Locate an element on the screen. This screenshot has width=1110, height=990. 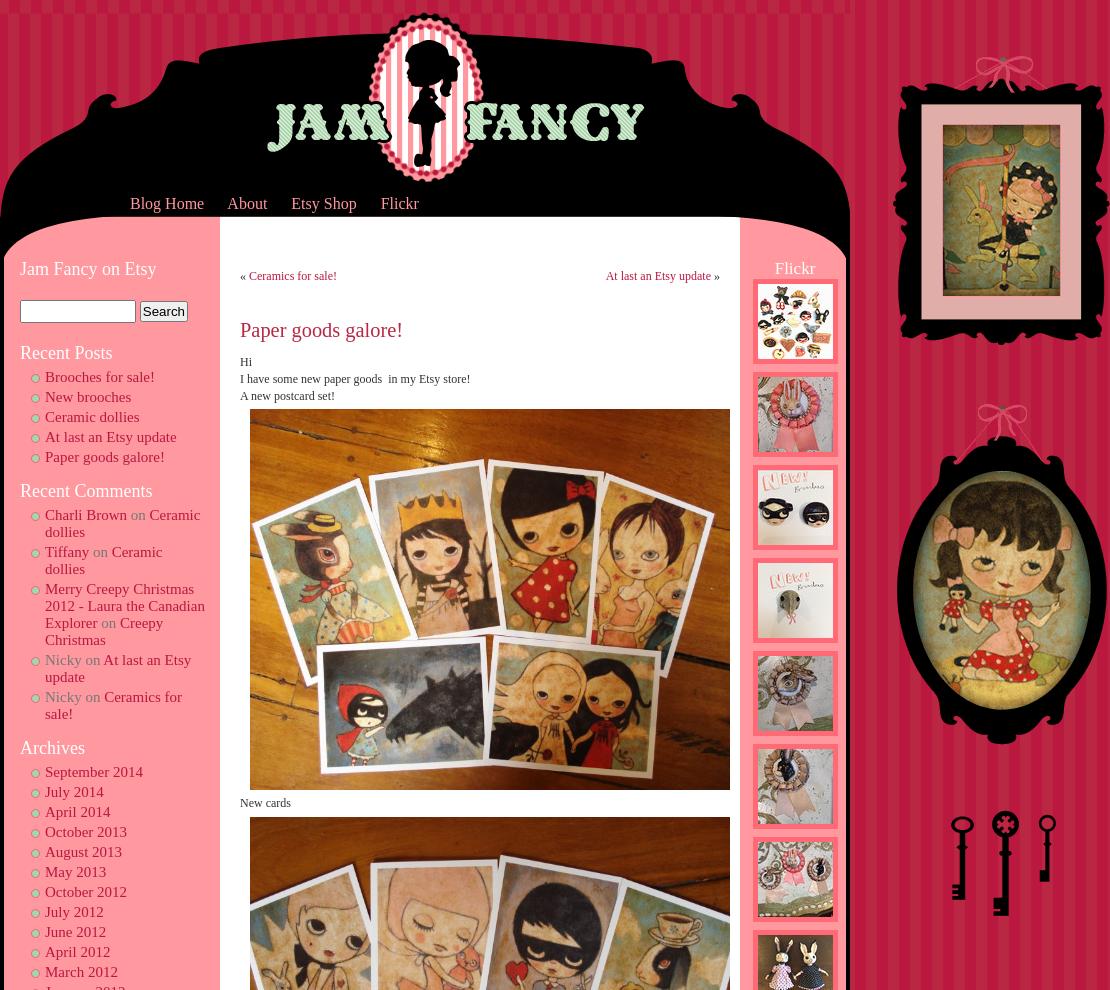
'About' is located at coordinates (246, 202).